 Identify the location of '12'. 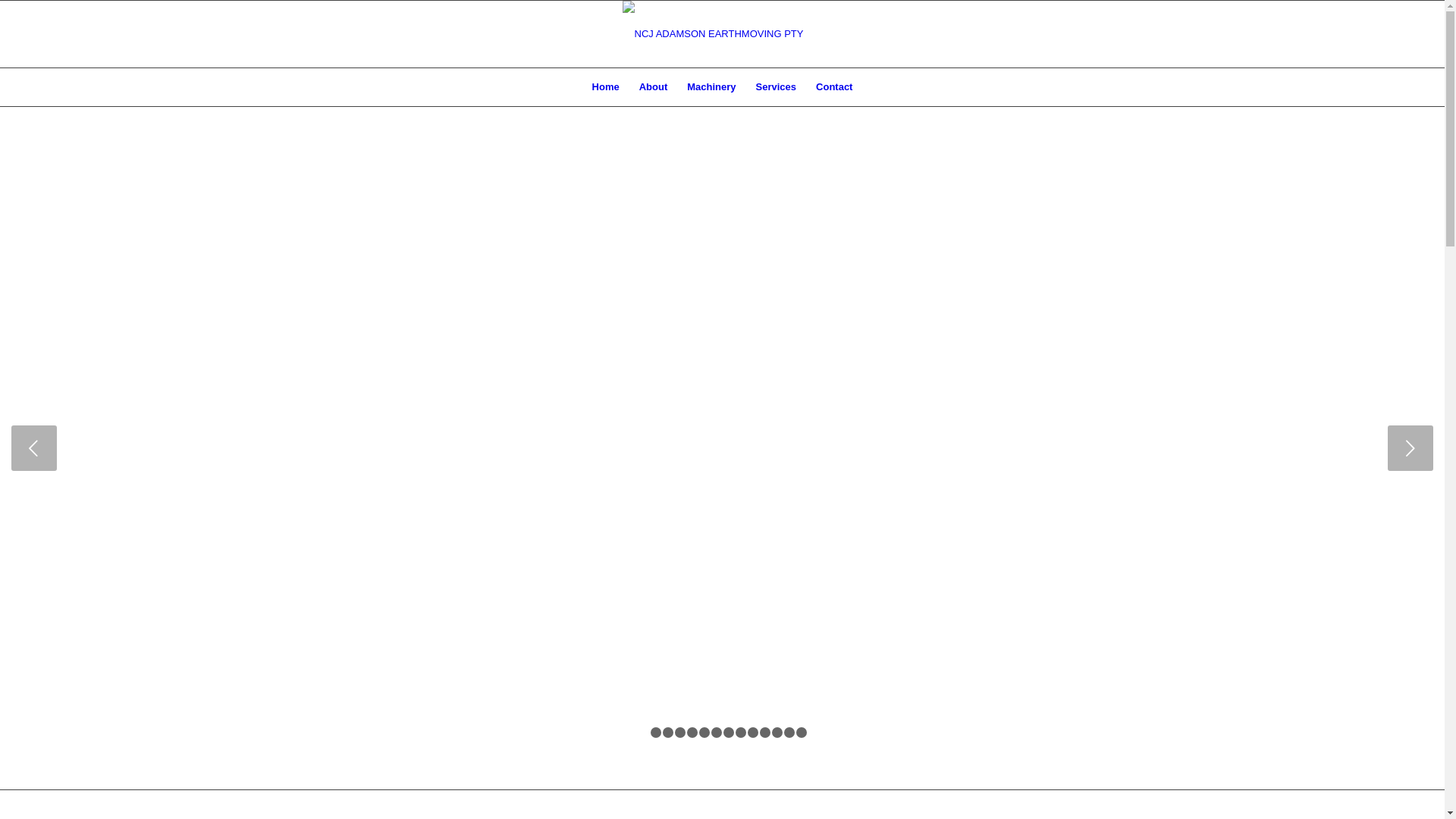
(777, 731).